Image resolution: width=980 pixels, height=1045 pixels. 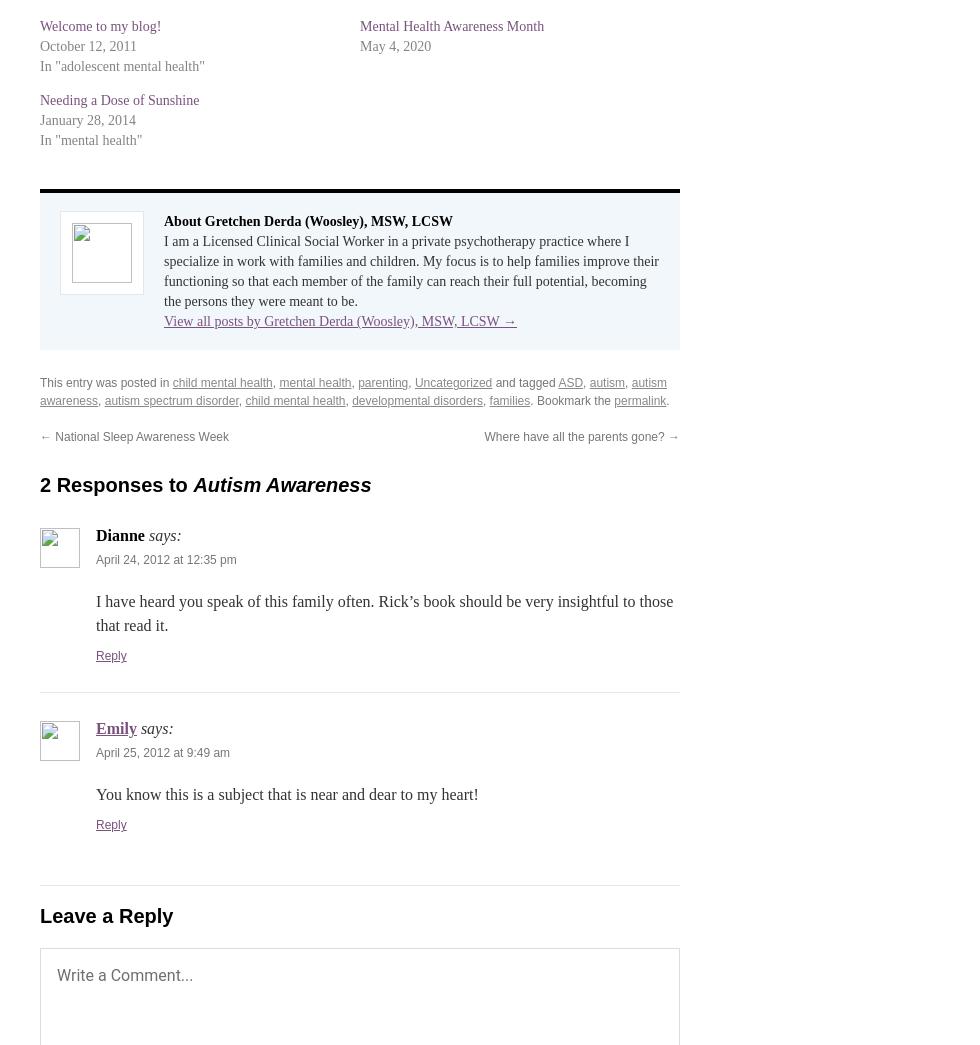 I want to click on 'April 25, 2012 at 9:49 am', so click(x=162, y=752).